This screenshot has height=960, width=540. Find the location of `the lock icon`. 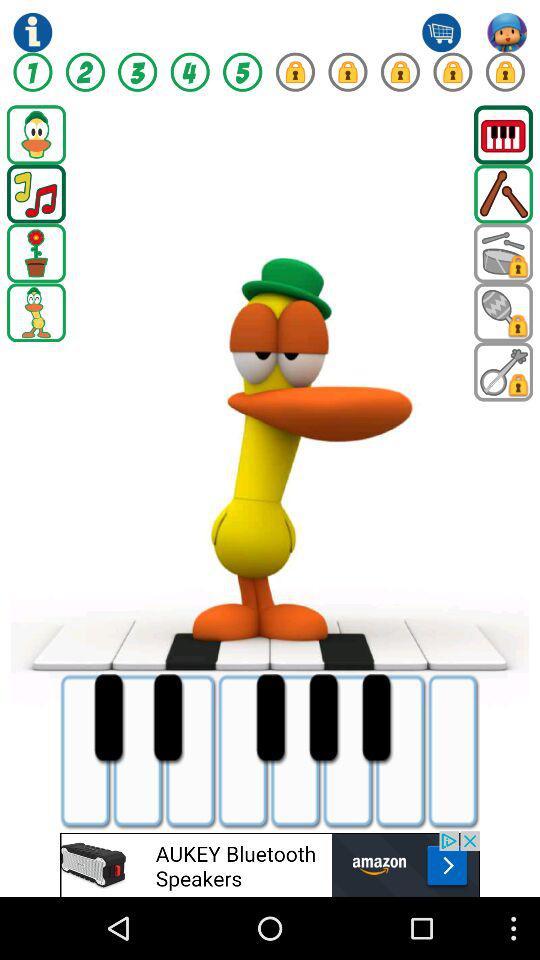

the lock icon is located at coordinates (346, 77).